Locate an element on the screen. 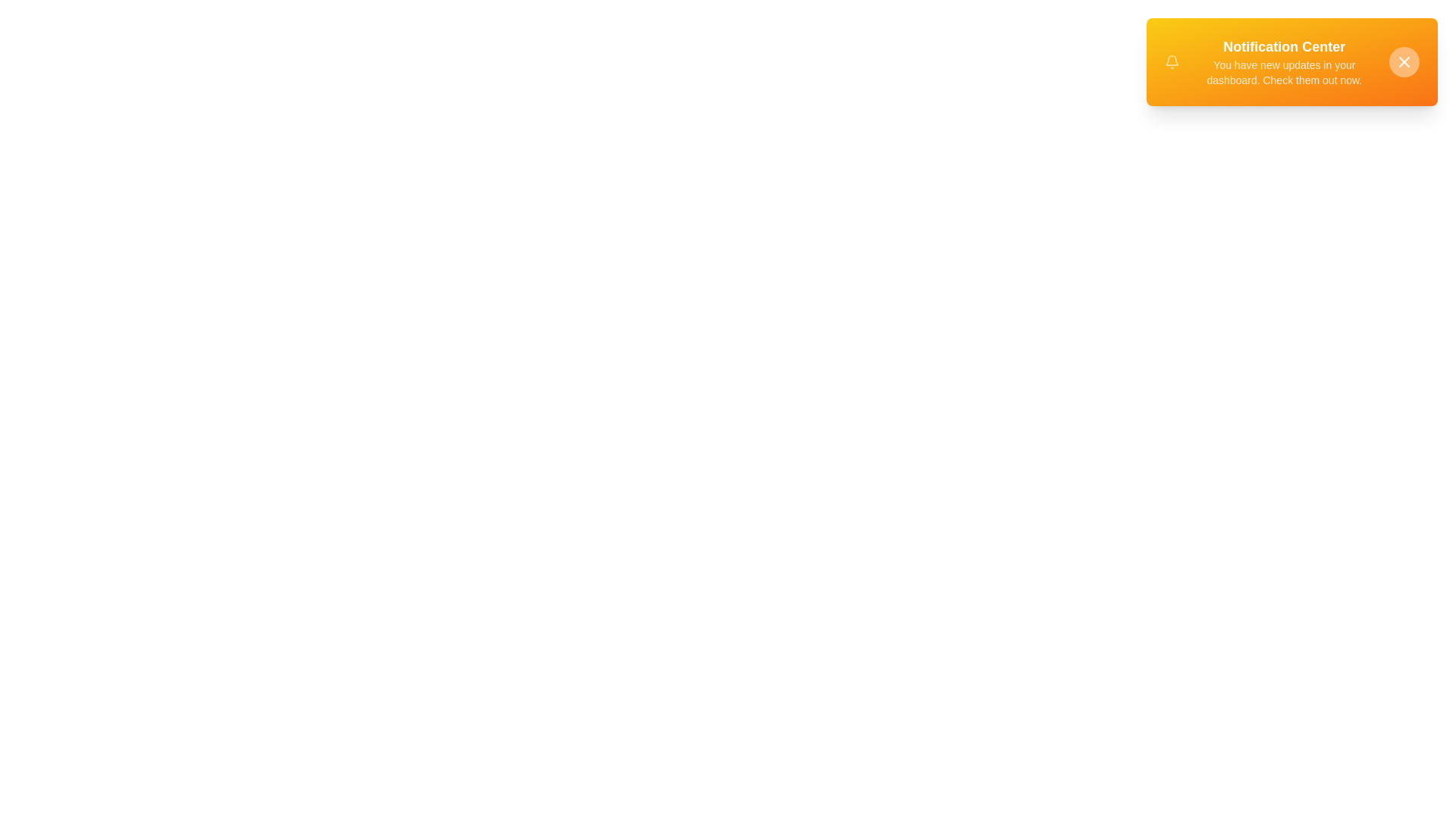 The height and width of the screenshot is (819, 1456). the close button of the snackbar to dismiss it is located at coordinates (1404, 61).